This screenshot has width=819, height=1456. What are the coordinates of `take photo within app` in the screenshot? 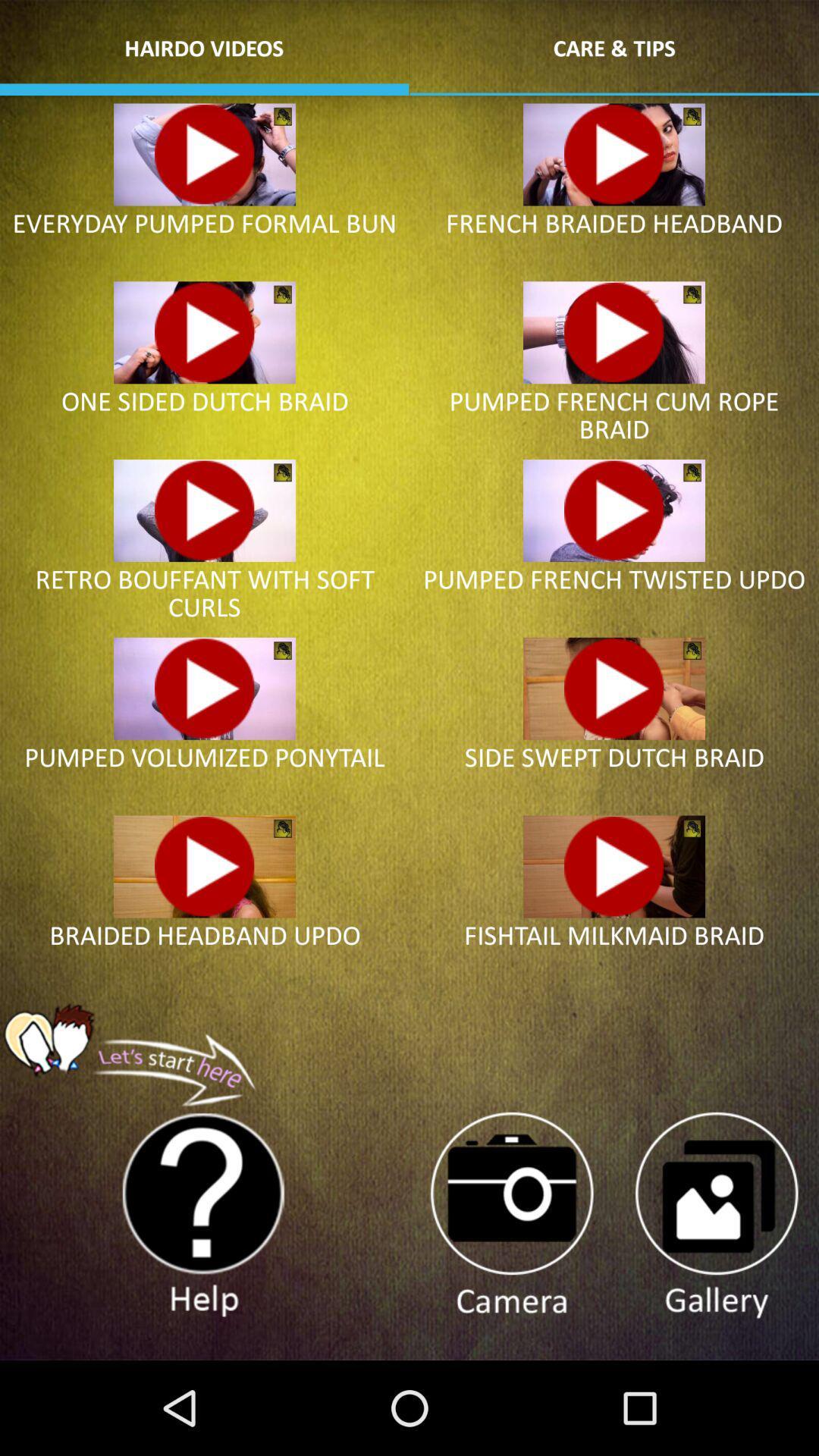 It's located at (511, 1216).